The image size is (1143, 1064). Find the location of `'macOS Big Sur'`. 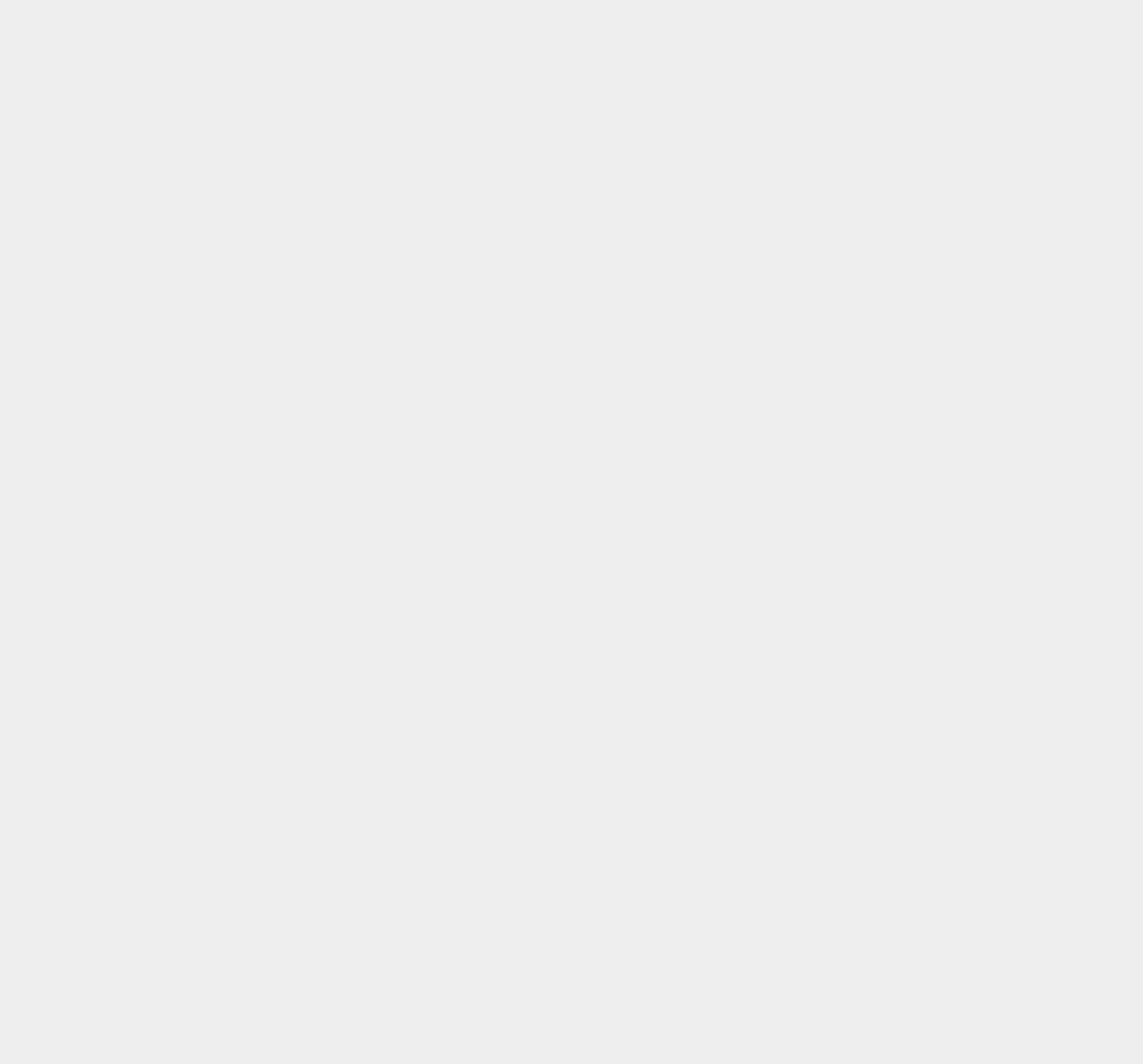

'macOS Big Sur' is located at coordinates (807, 290).